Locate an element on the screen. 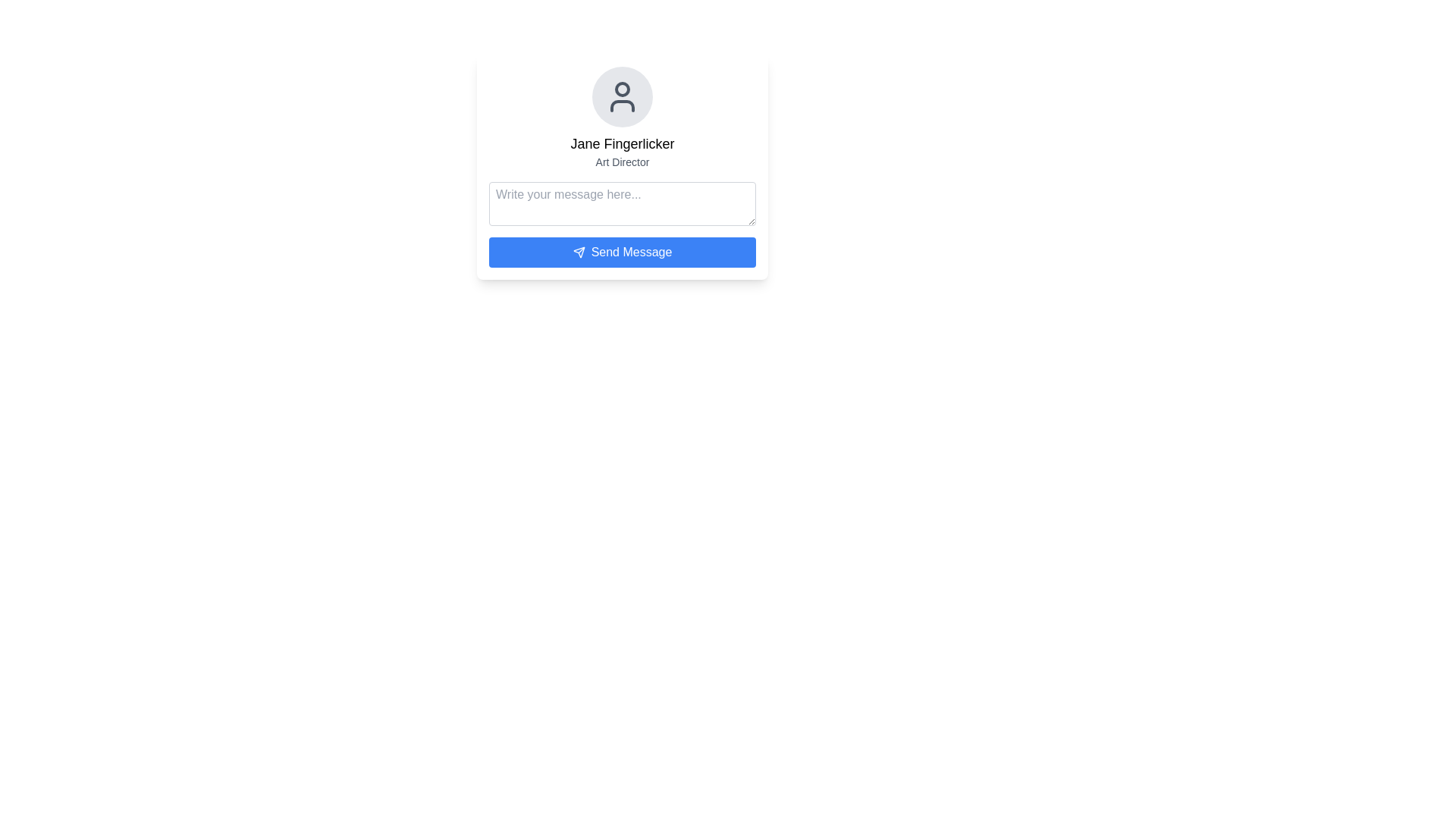 This screenshot has width=1456, height=819. the send icon, which is a triangular paper airplane styled with a thin outline and located to the left of the 'Send Message' button at the bottom of the user information card is located at coordinates (578, 251).